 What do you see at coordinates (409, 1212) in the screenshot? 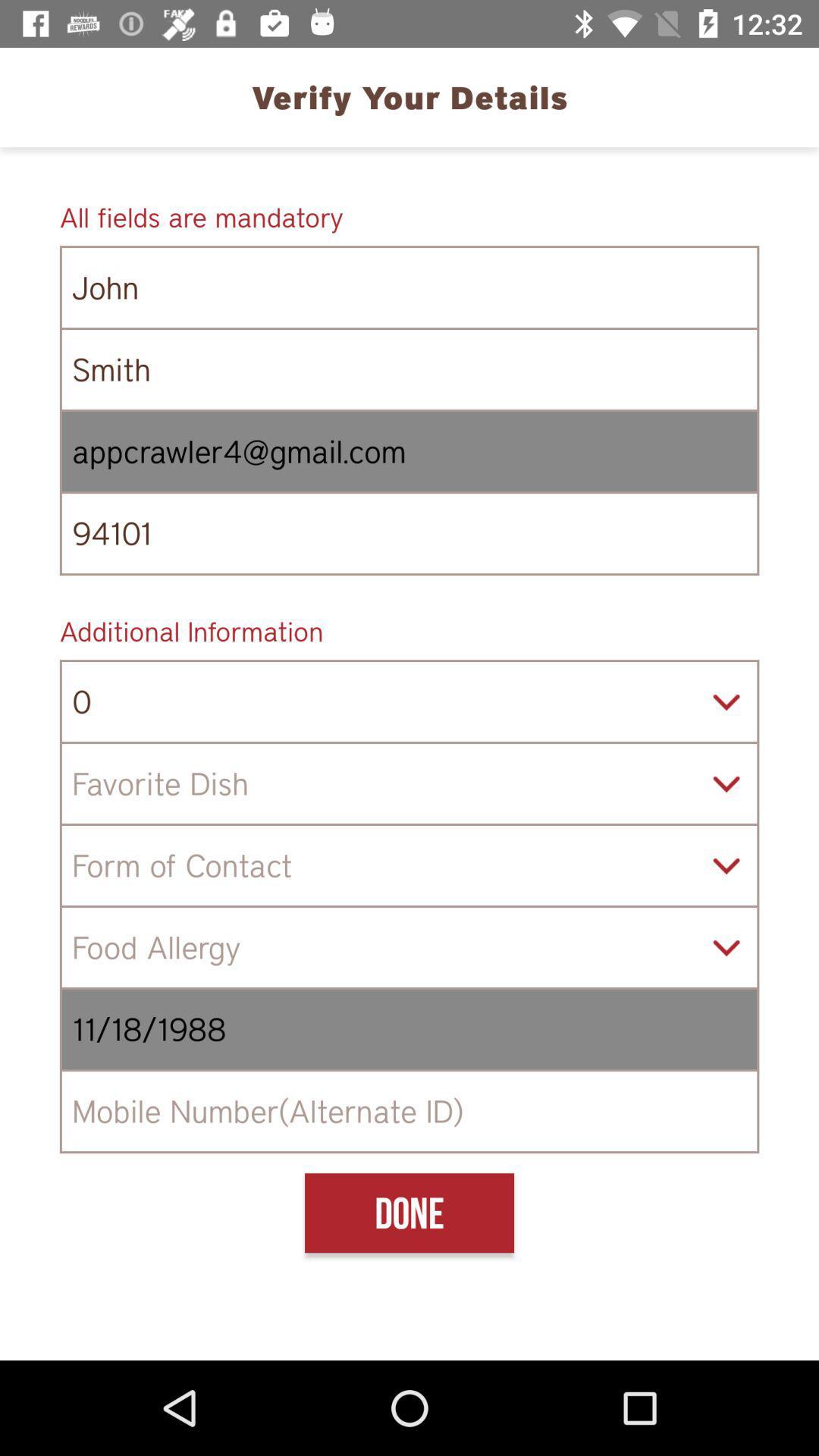
I see `the done item` at bounding box center [409, 1212].